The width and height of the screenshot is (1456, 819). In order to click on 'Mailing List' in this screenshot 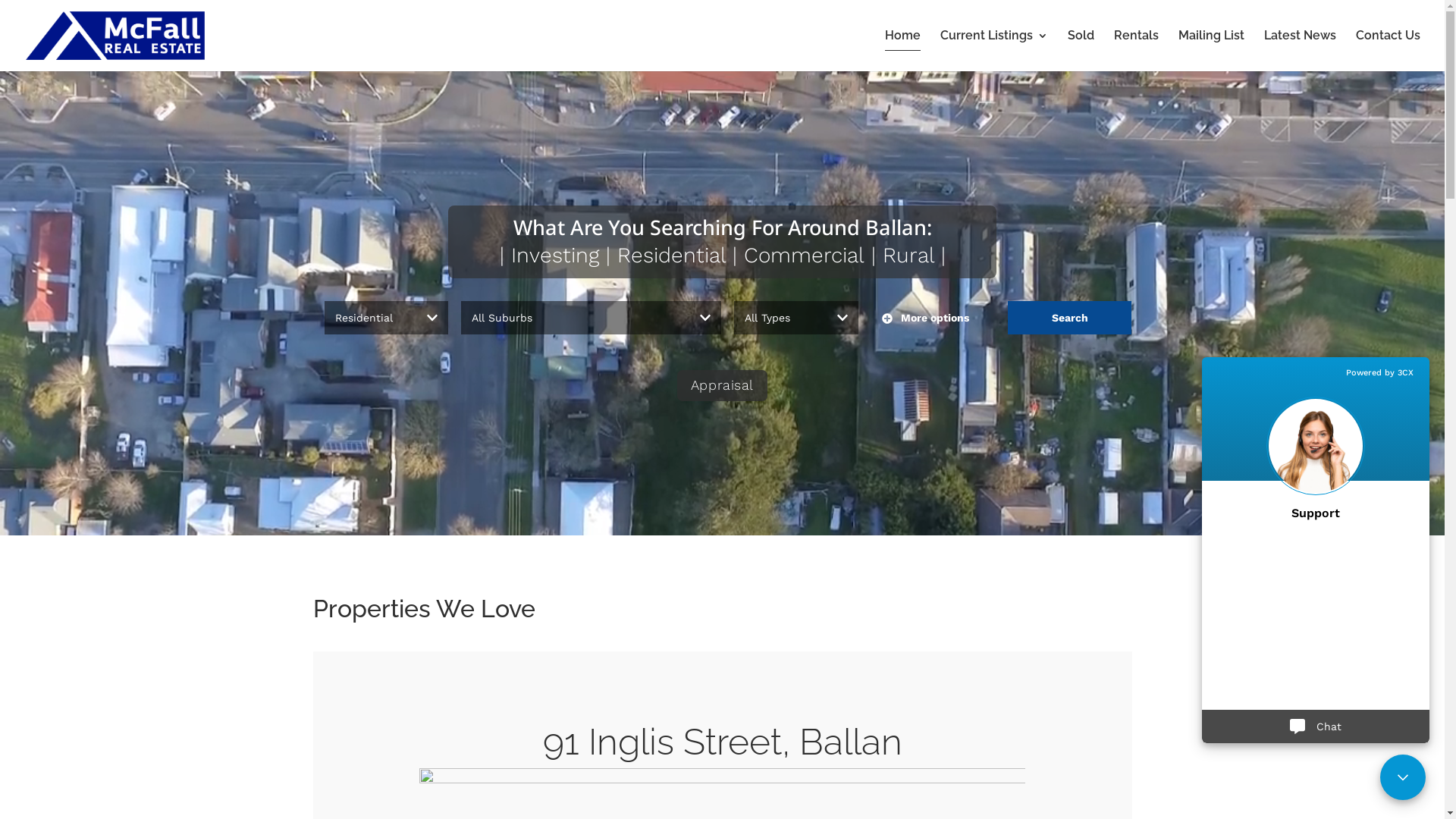, I will do `click(1210, 49)`.